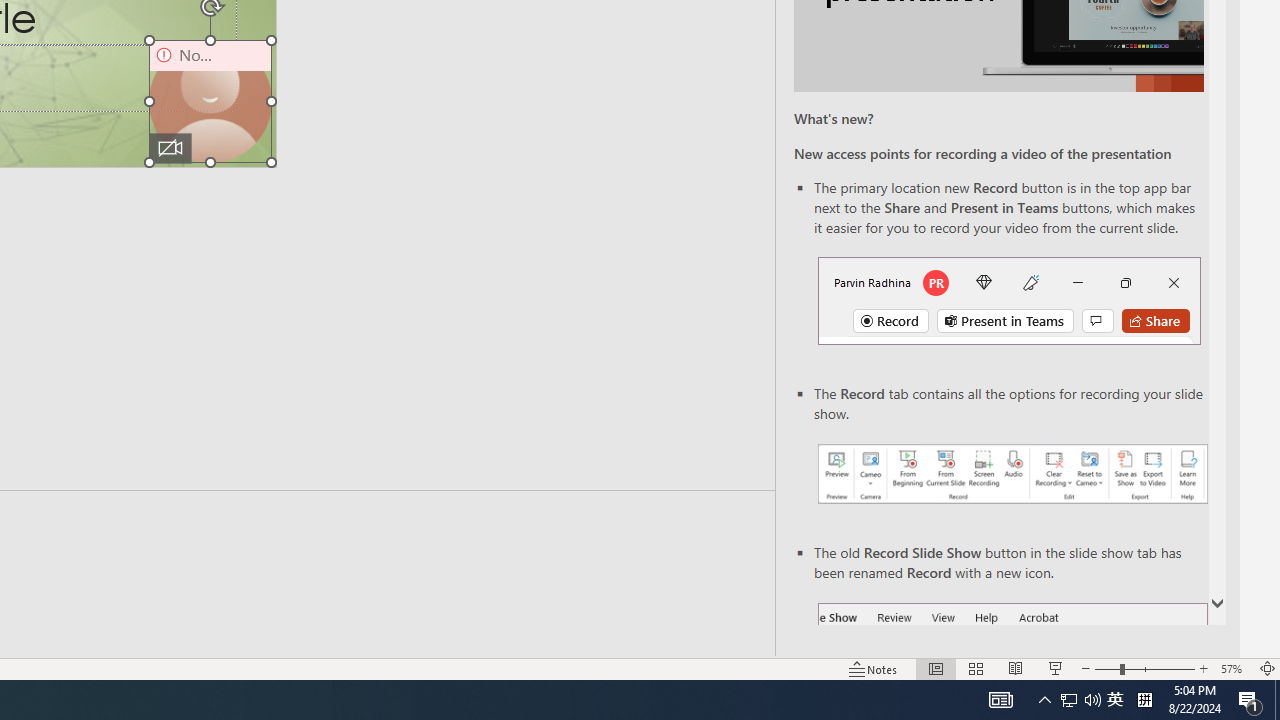 The image size is (1280, 720). I want to click on 'Record your presentations screenshot one', so click(1013, 474).